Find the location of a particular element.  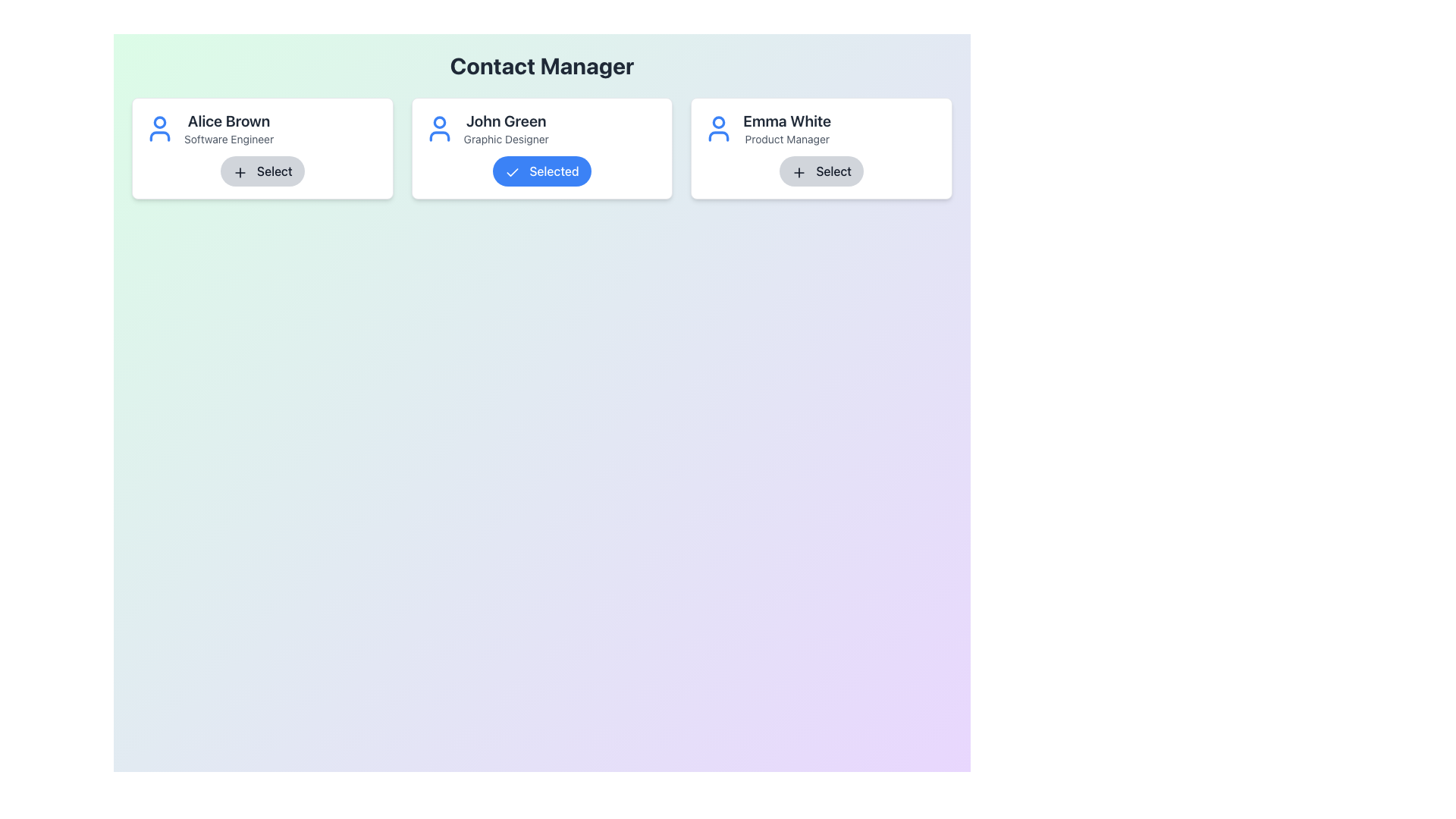

the '+' icon with an outlined style, class 'lucide-plus', positioned to the left of the 'Select' label in the button for the profile of 'Emma White' to interact with the button is located at coordinates (799, 171).